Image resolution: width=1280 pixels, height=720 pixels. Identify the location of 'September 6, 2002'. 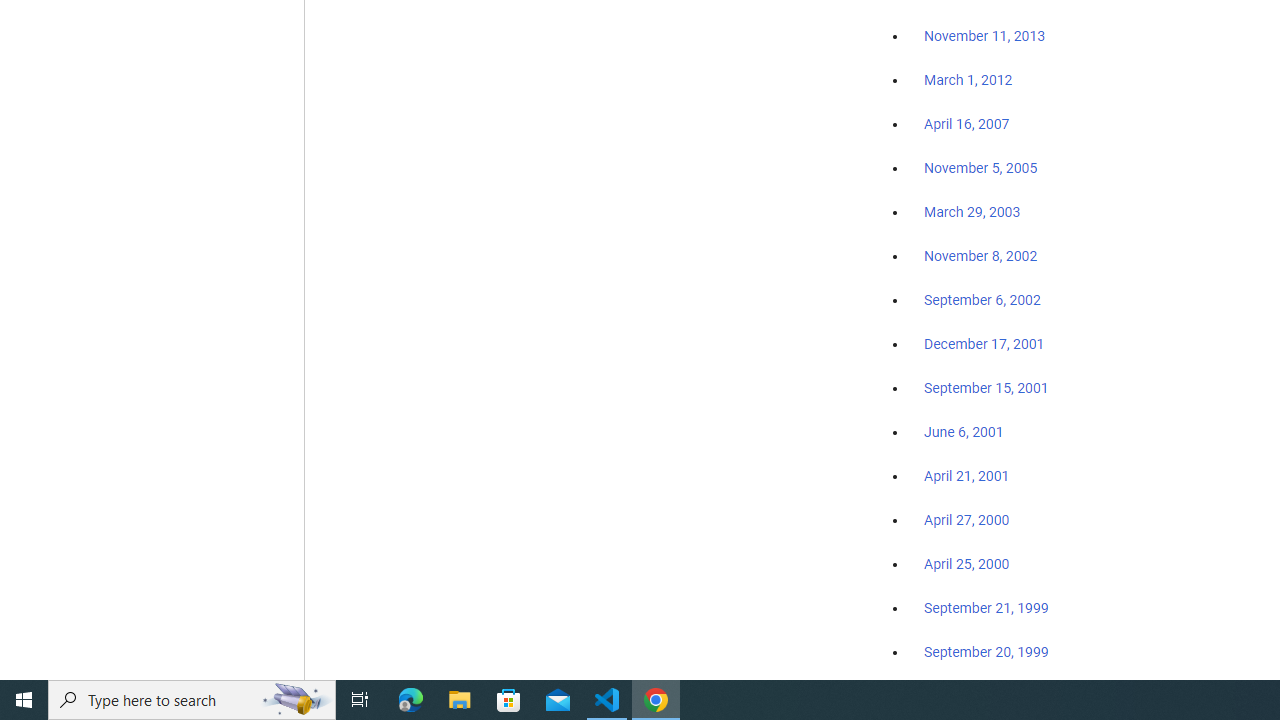
(982, 299).